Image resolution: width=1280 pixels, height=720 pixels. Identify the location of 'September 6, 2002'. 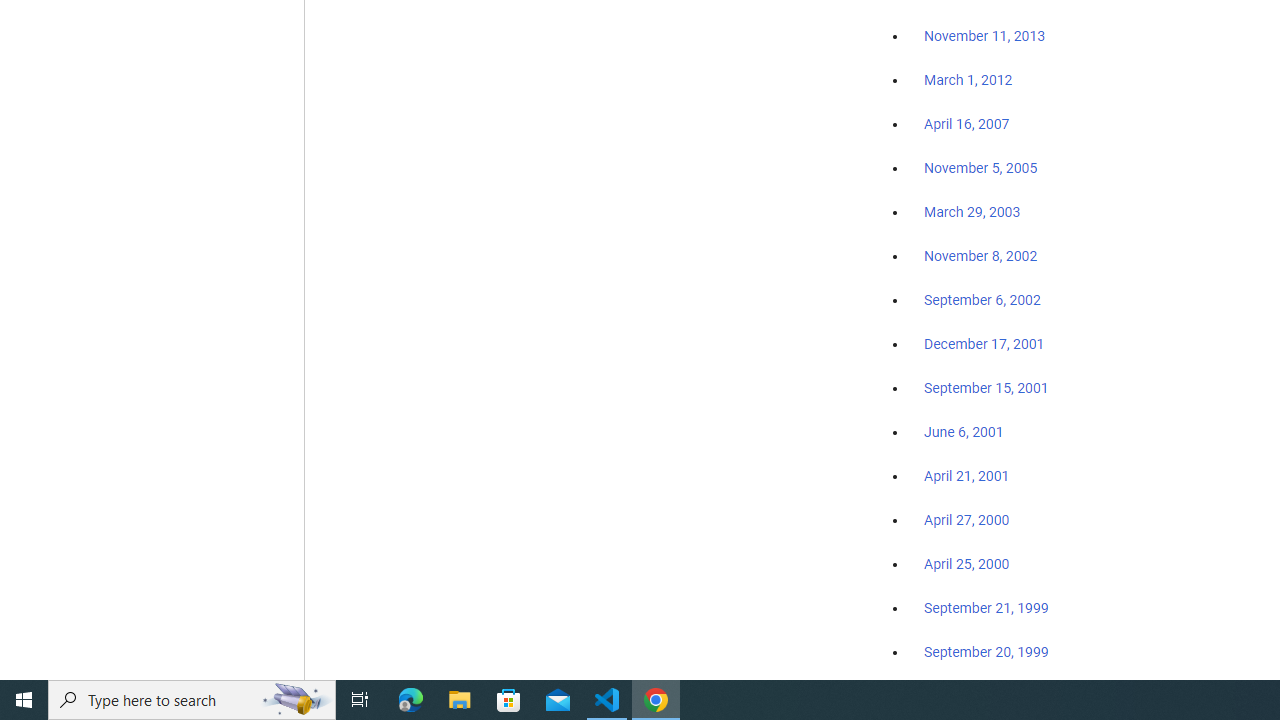
(982, 299).